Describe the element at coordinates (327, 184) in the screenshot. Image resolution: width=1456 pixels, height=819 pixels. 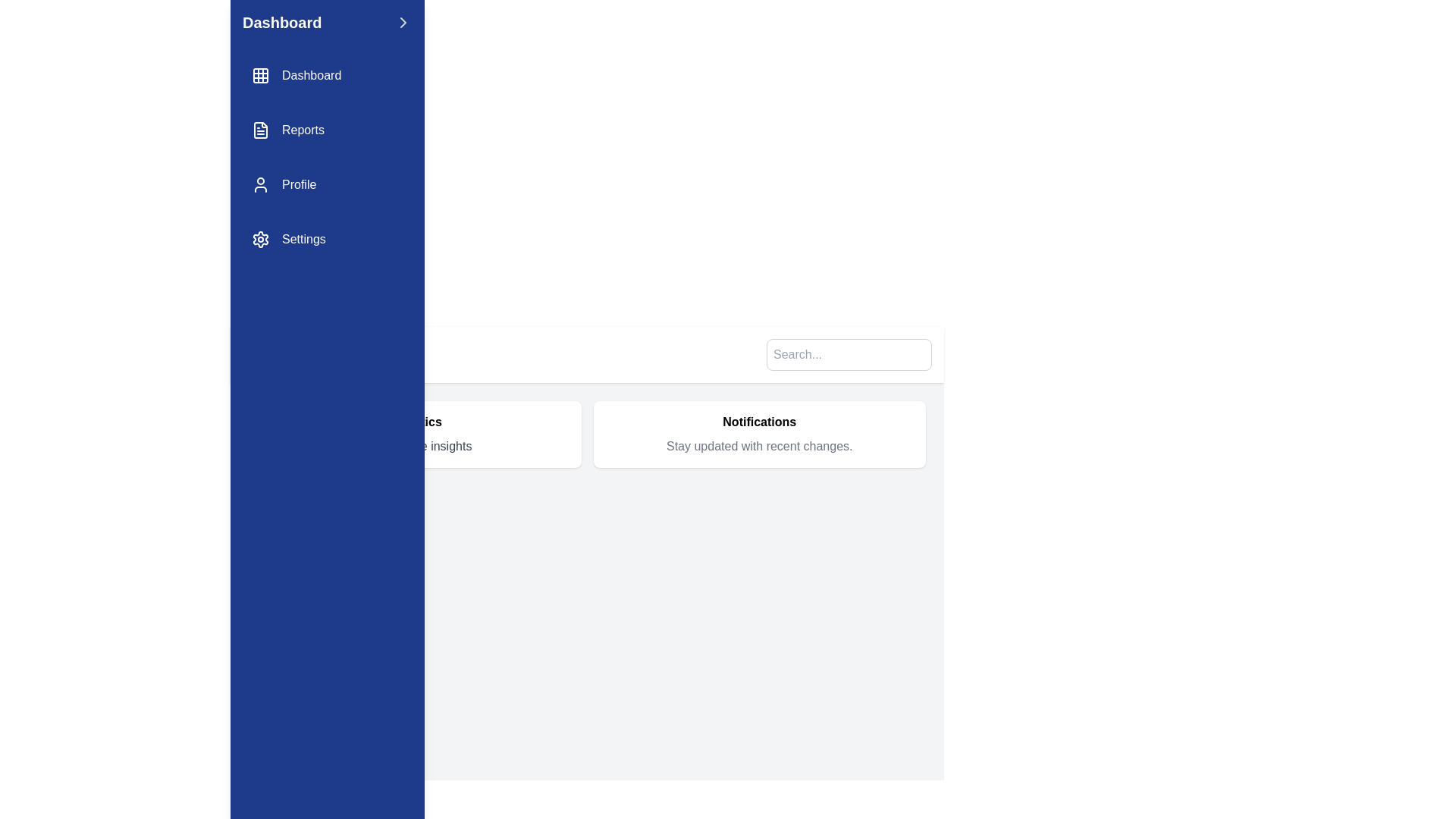
I see `the user profile button in the vertical navigation menu` at that location.